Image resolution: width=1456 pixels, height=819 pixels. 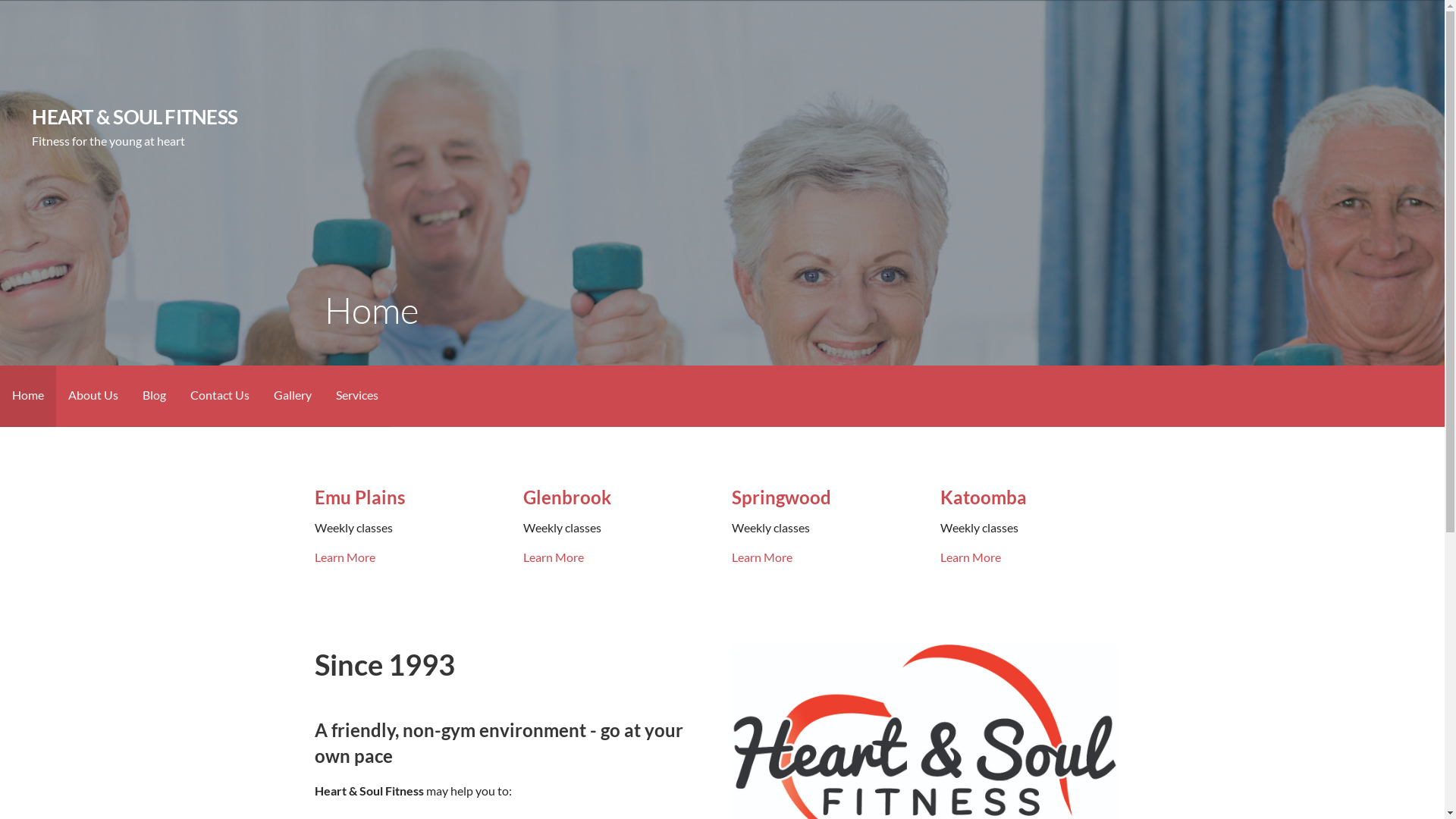 What do you see at coordinates (134, 116) in the screenshot?
I see `'HEART & SOUL FITNESS'` at bounding box center [134, 116].